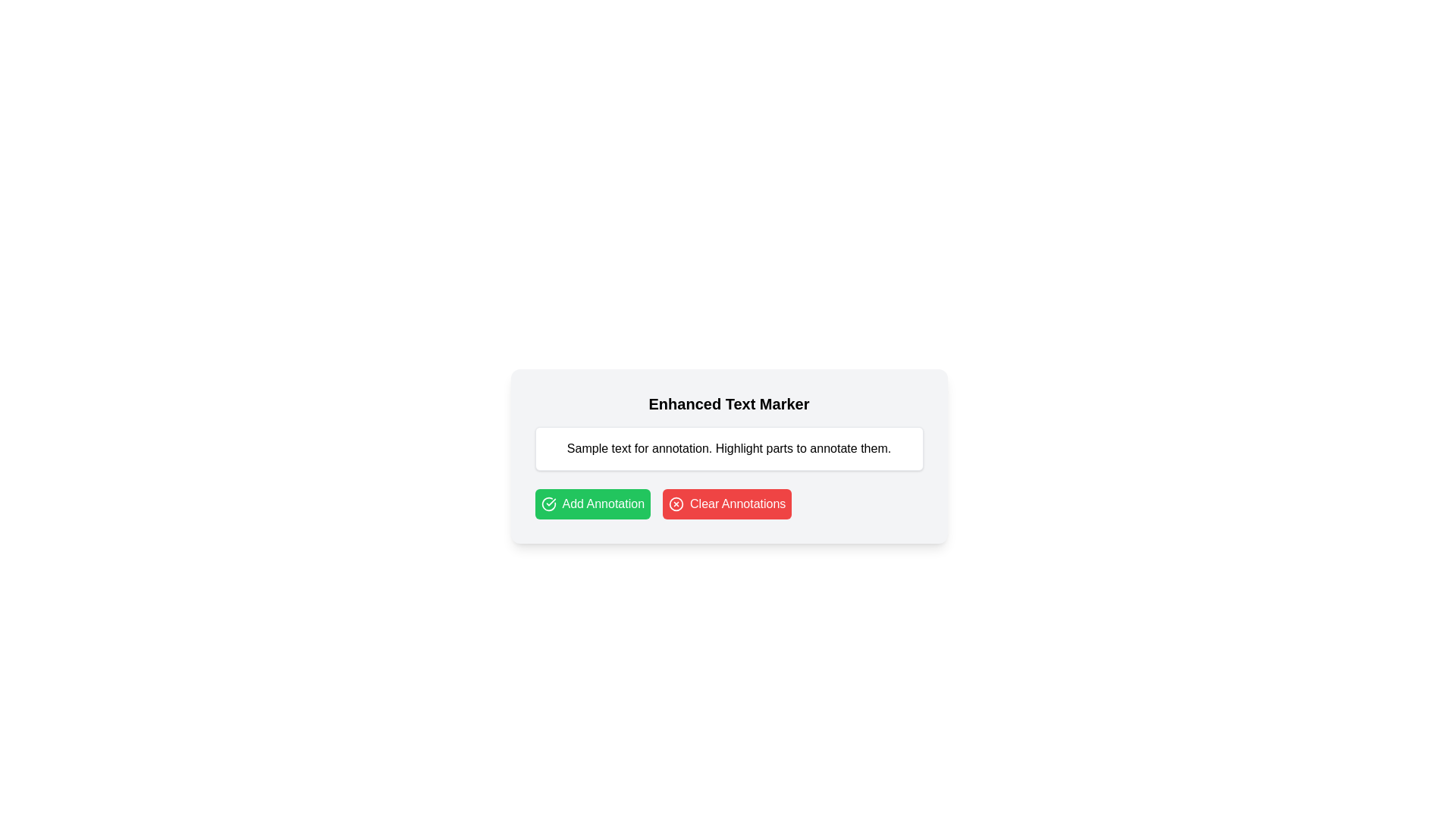  What do you see at coordinates (854, 447) in the screenshot?
I see `the last 'e' in the word 'annotate' displayed in the center of the interface below the title 'Enhanced Text Marker.'` at bounding box center [854, 447].